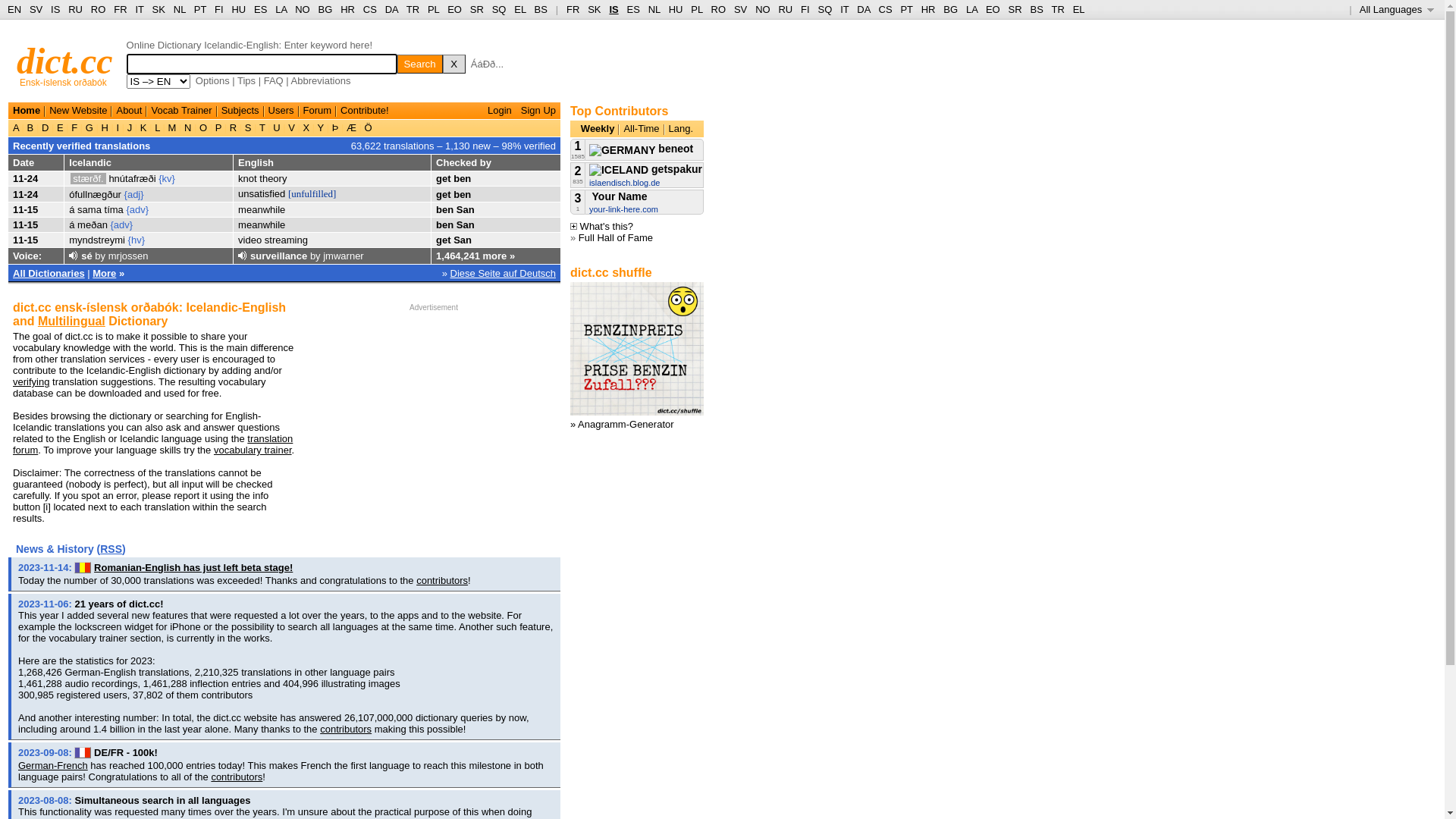 The height and width of the screenshot is (819, 1456). What do you see at coordinates (578, 237) in the screenshot?
I see `'Full Hall of Fame'` at bounding box center [578, 237].